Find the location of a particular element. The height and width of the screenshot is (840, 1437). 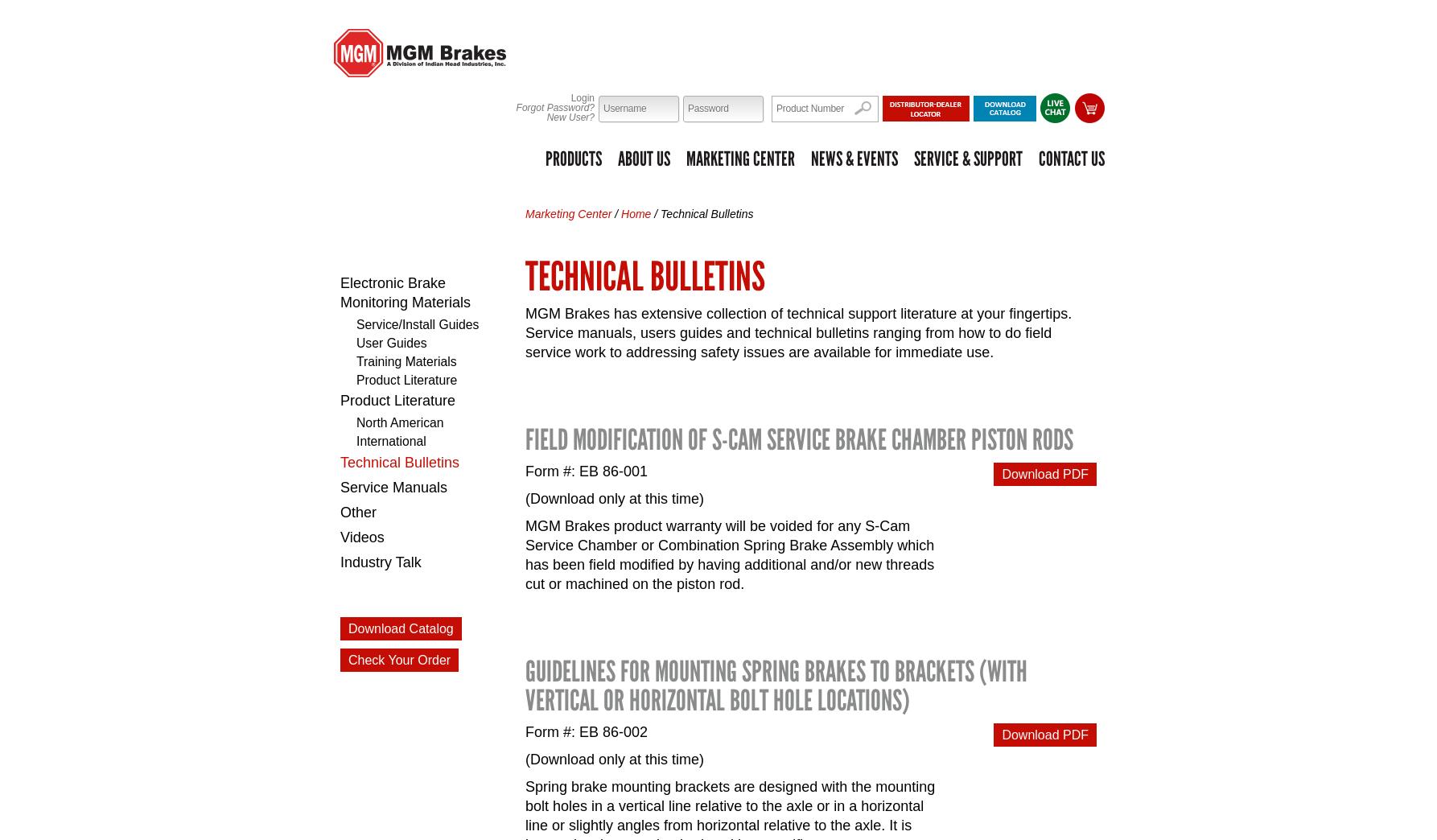

'Other' is located at coordinates (358, 512).